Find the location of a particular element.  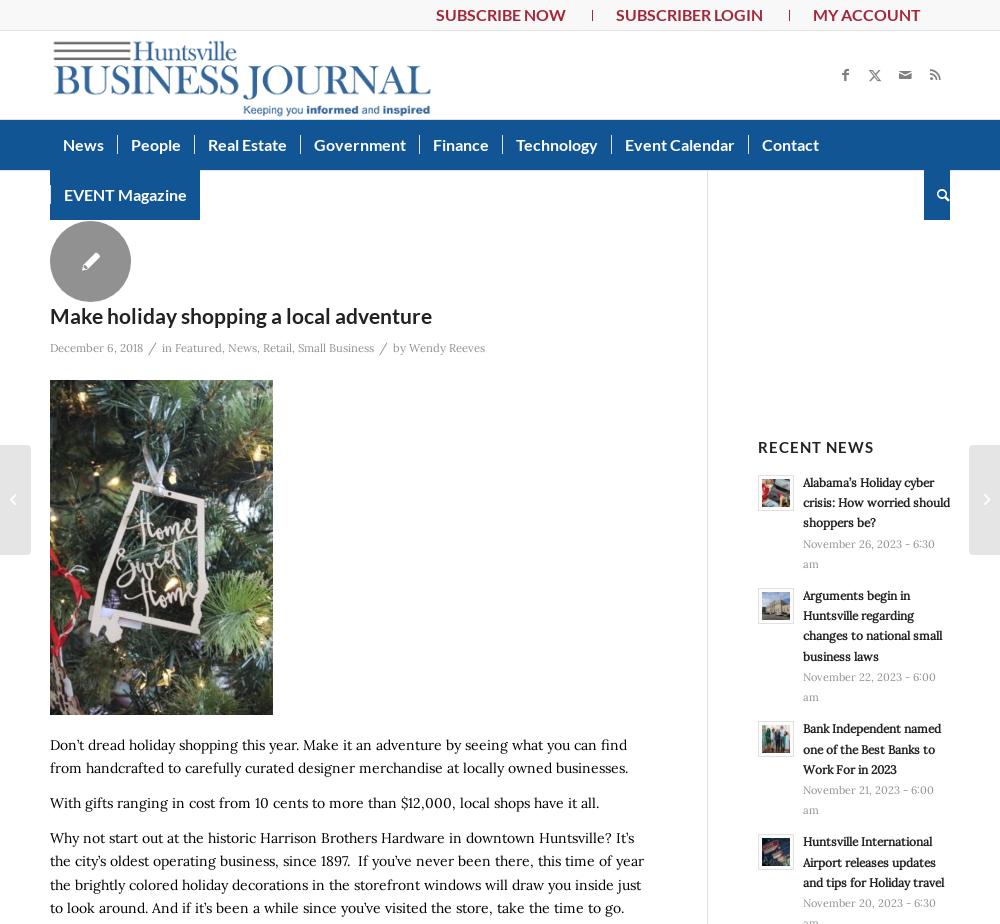

'My Account' is located at coordinates (865, 14).